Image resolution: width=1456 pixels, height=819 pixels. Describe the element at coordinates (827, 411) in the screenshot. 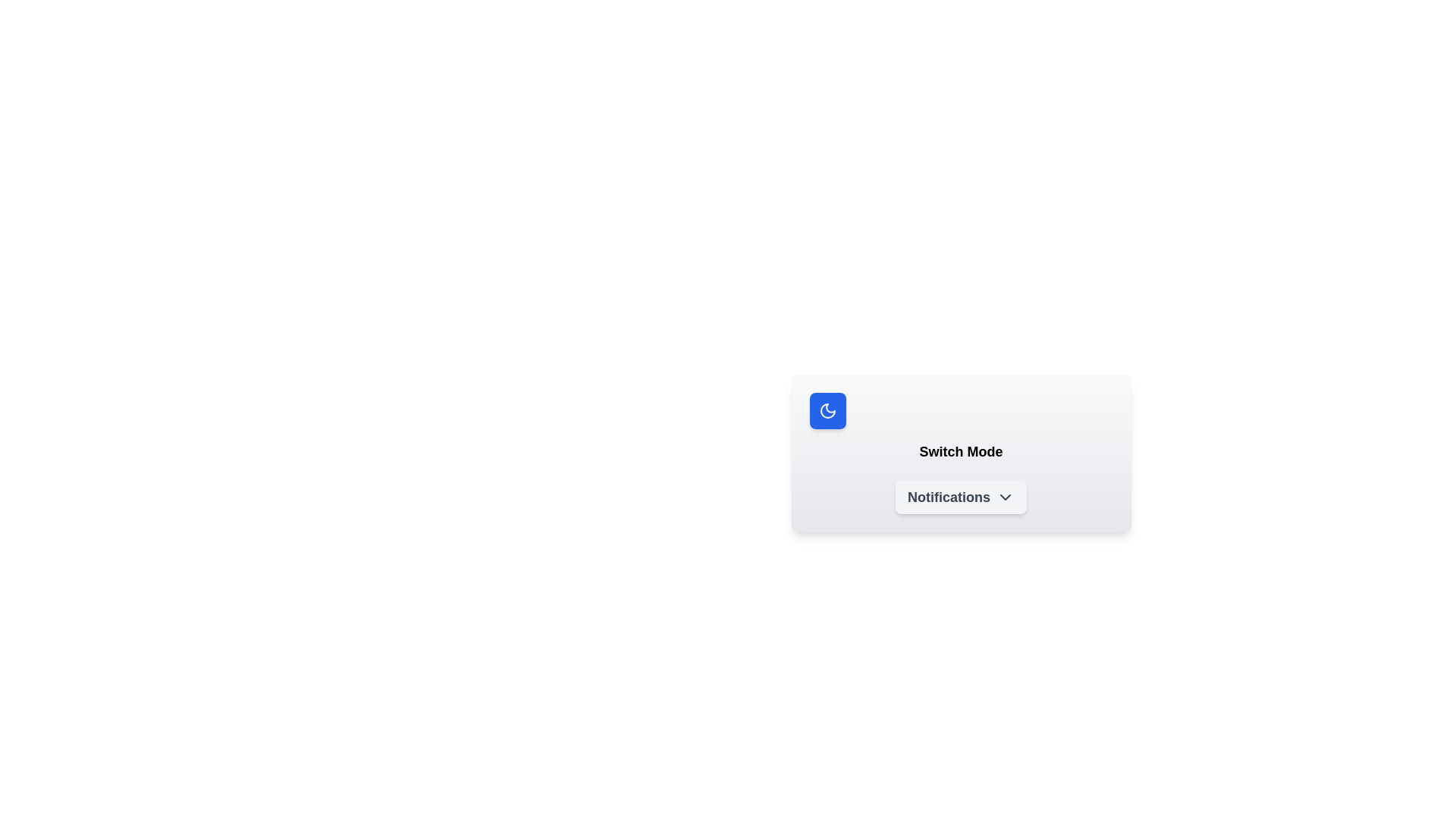

I see `the circular blue button with a white moon icon` at that location.